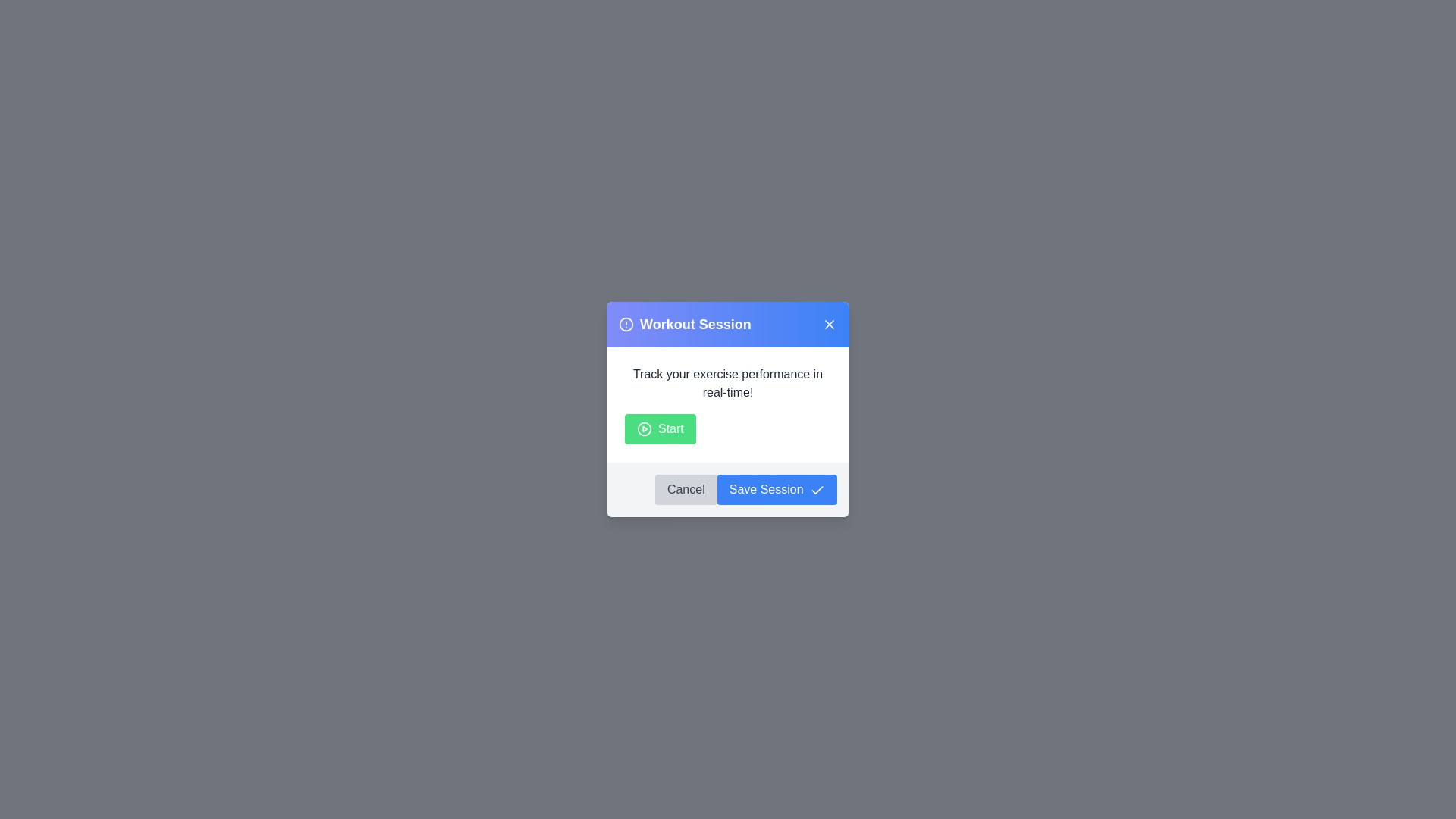 The height and width of the screenshot is (819, 1456). What do you see at coordinates (728, 382) in the screenshot?
I see `the text 'Track your exercise performance in real-time!'` at bounding box center [728, 382].